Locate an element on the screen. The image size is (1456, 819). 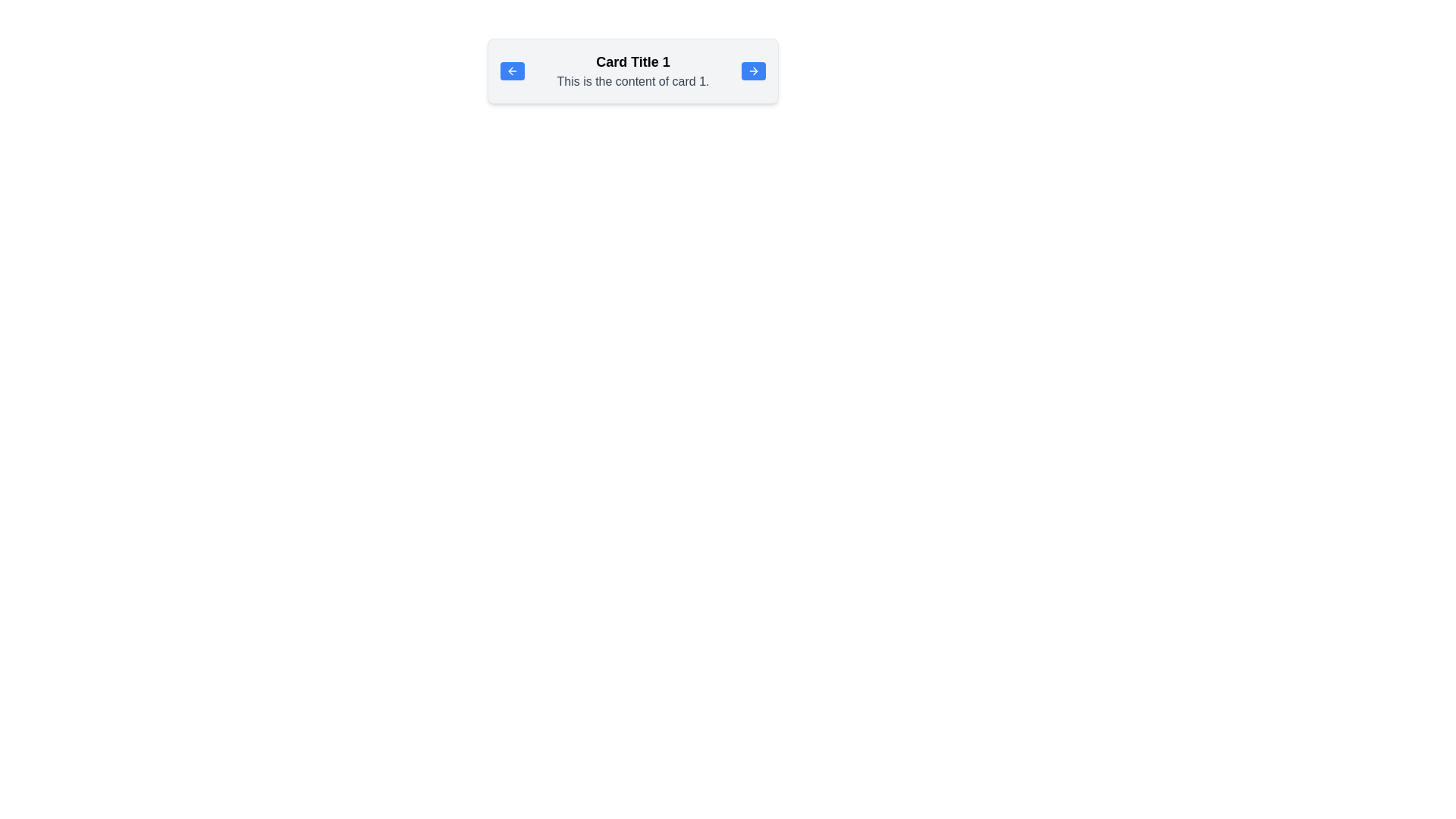
the small left-pointing arrow icon located on the left side of the button in the rectangular card layout is located at coordinates (510, 71).